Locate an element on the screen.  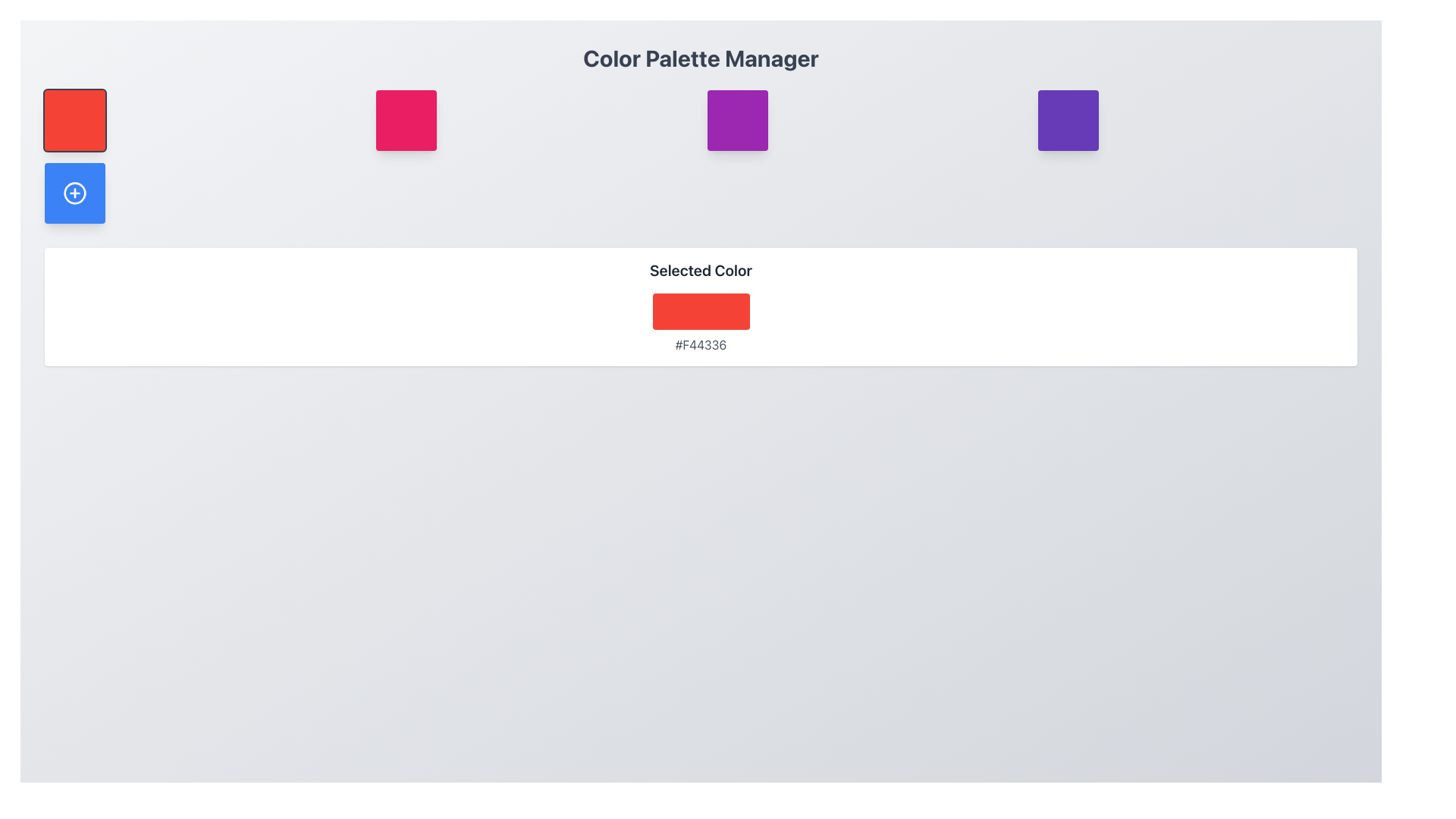
hexadecimal color code displayed in a medium-sized, gray-colored font, which is located below the rectangular color block in the 'Selected Color' section is located at coordinates (700, 345).